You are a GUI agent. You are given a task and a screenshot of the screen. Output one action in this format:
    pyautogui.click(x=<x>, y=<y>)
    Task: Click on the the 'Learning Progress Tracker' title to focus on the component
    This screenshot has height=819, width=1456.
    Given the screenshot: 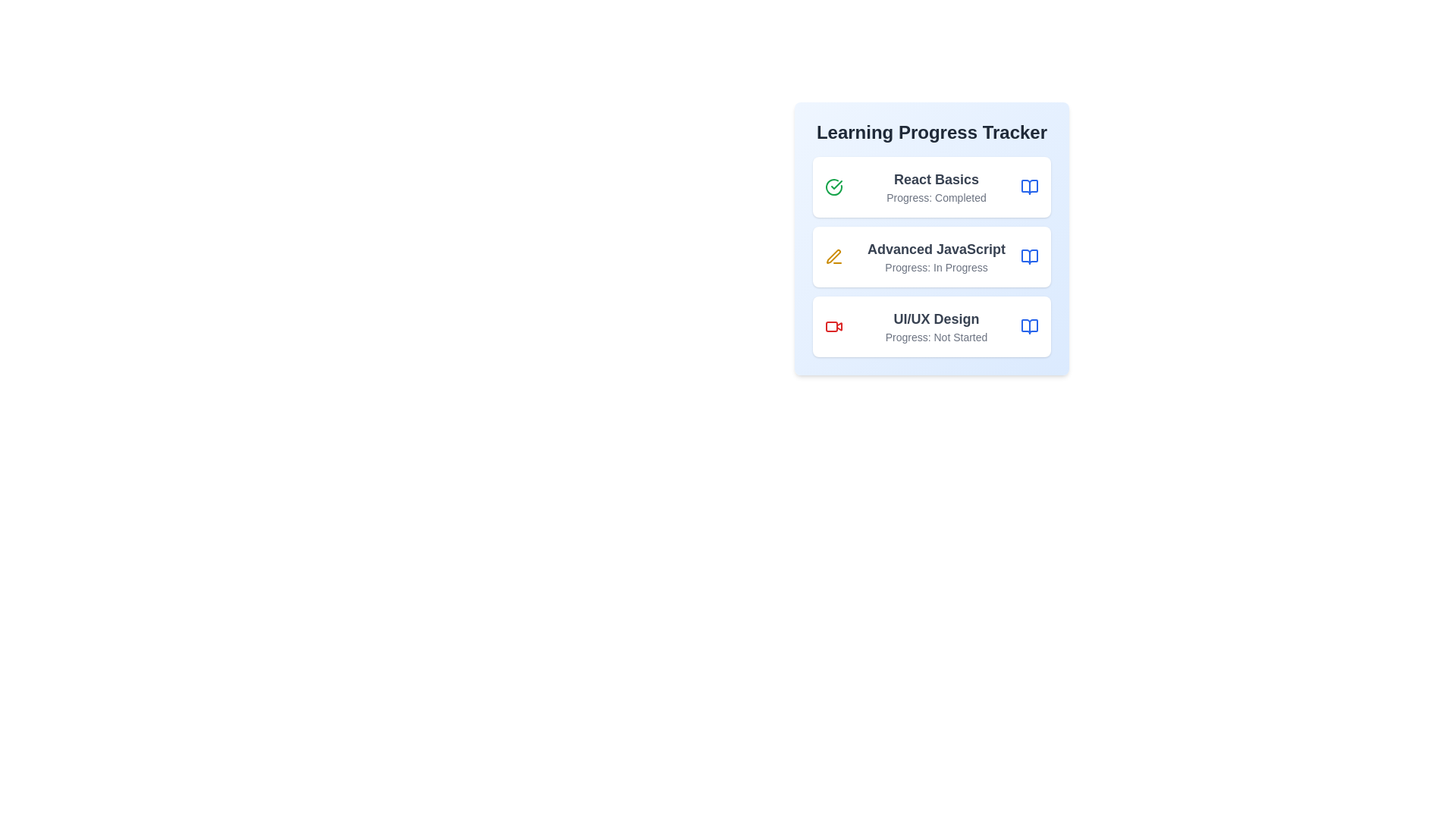 What is the action you would take?
    pyautogui.click(x=930, y=131)
    